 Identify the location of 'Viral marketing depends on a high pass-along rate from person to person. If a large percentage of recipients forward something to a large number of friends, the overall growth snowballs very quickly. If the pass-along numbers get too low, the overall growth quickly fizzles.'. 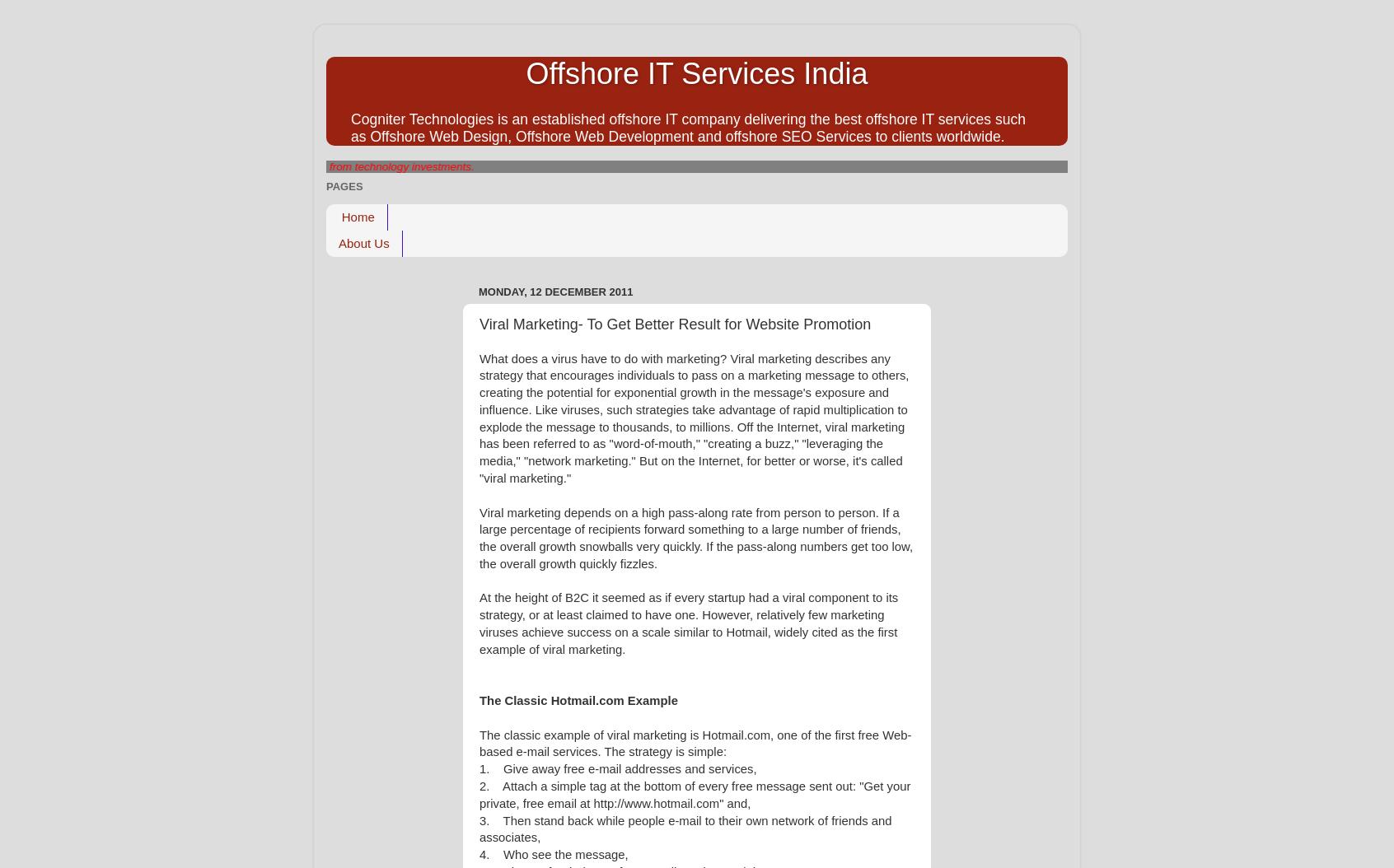
(479, 537).